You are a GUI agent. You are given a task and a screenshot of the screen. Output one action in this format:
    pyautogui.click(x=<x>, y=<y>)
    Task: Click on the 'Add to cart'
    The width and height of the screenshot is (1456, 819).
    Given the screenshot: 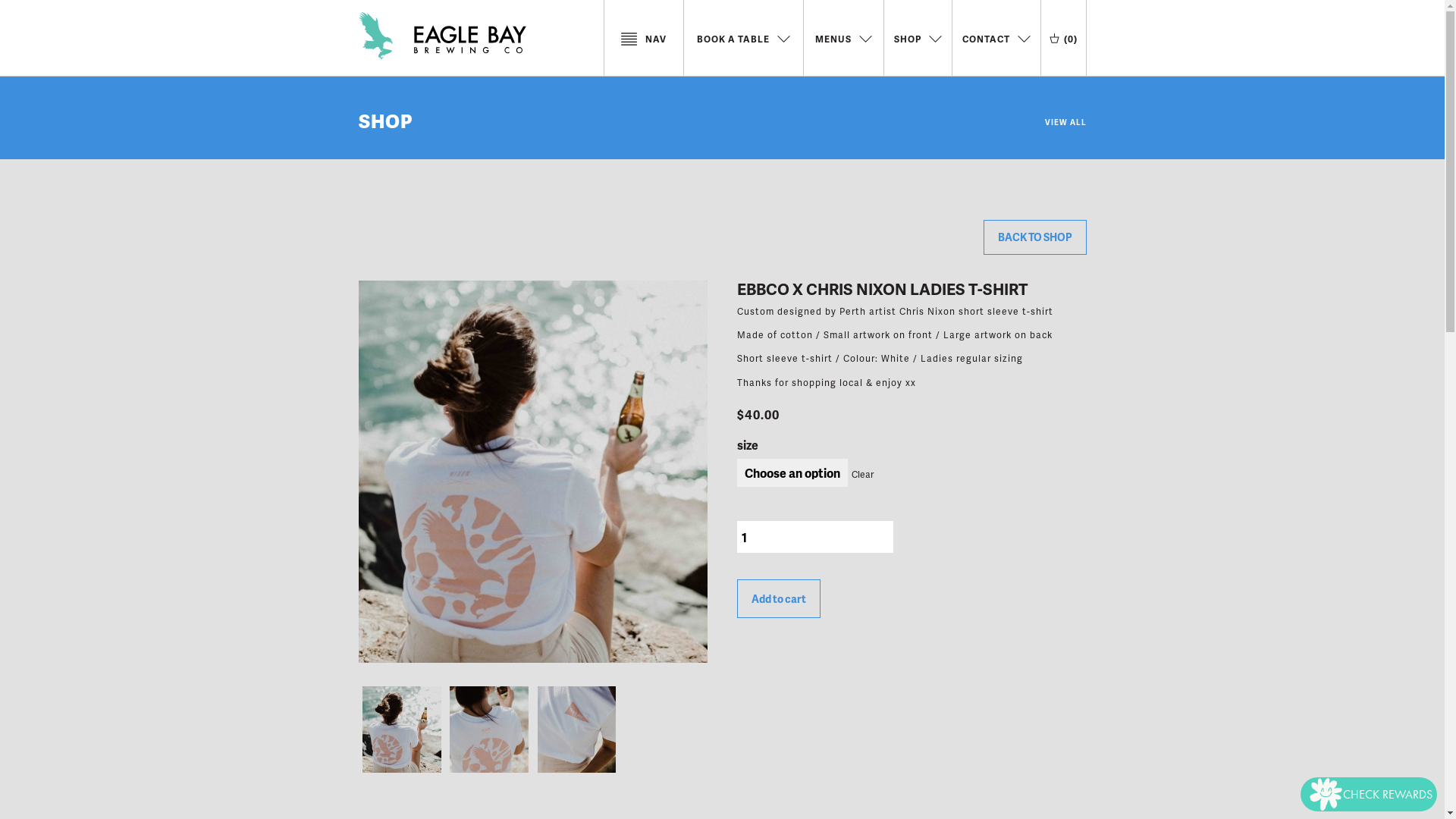 What is the action you would take?
    pyautogui.click(x=736, y=598)
    